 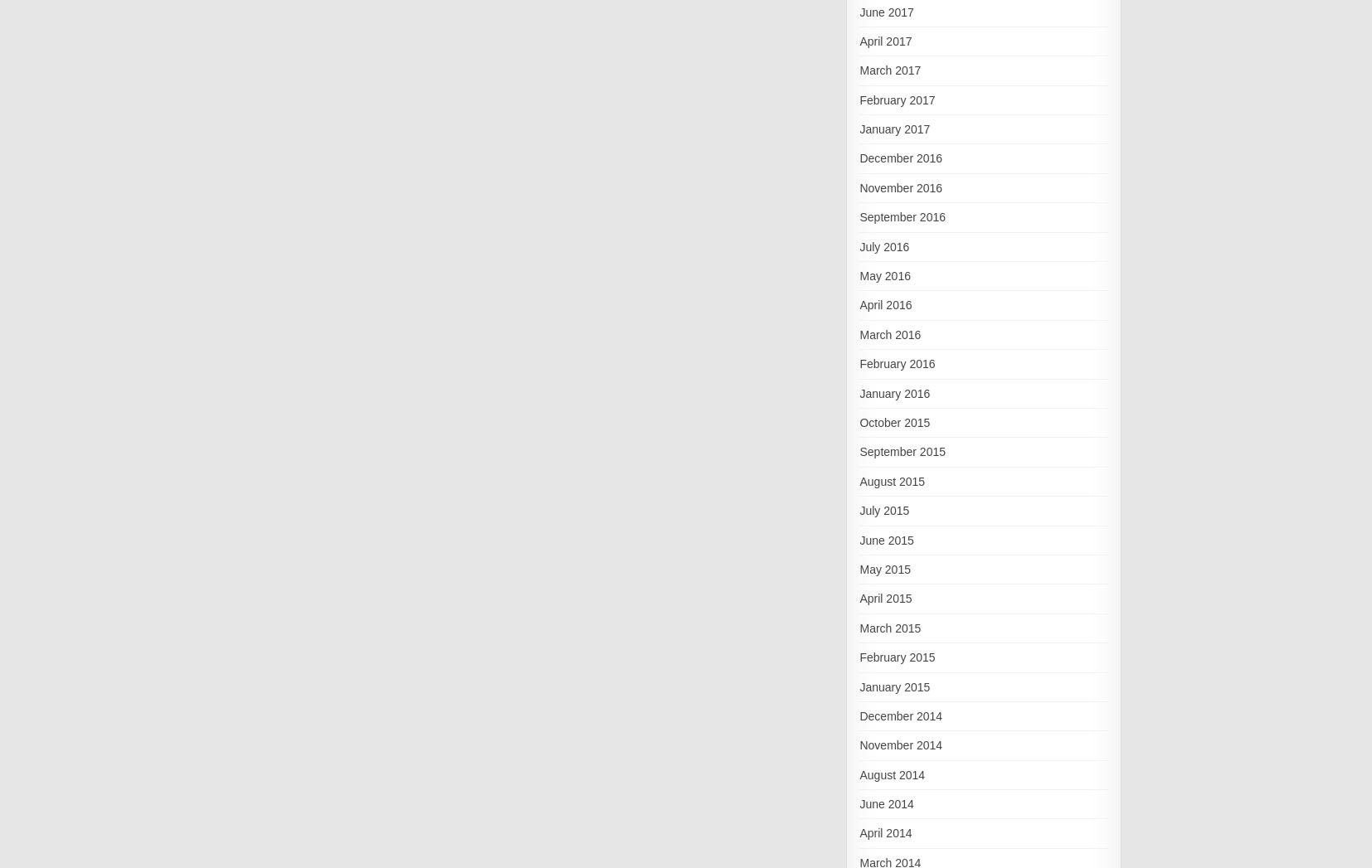 I want to click on 'January 2016', so click(x=893, y=392).